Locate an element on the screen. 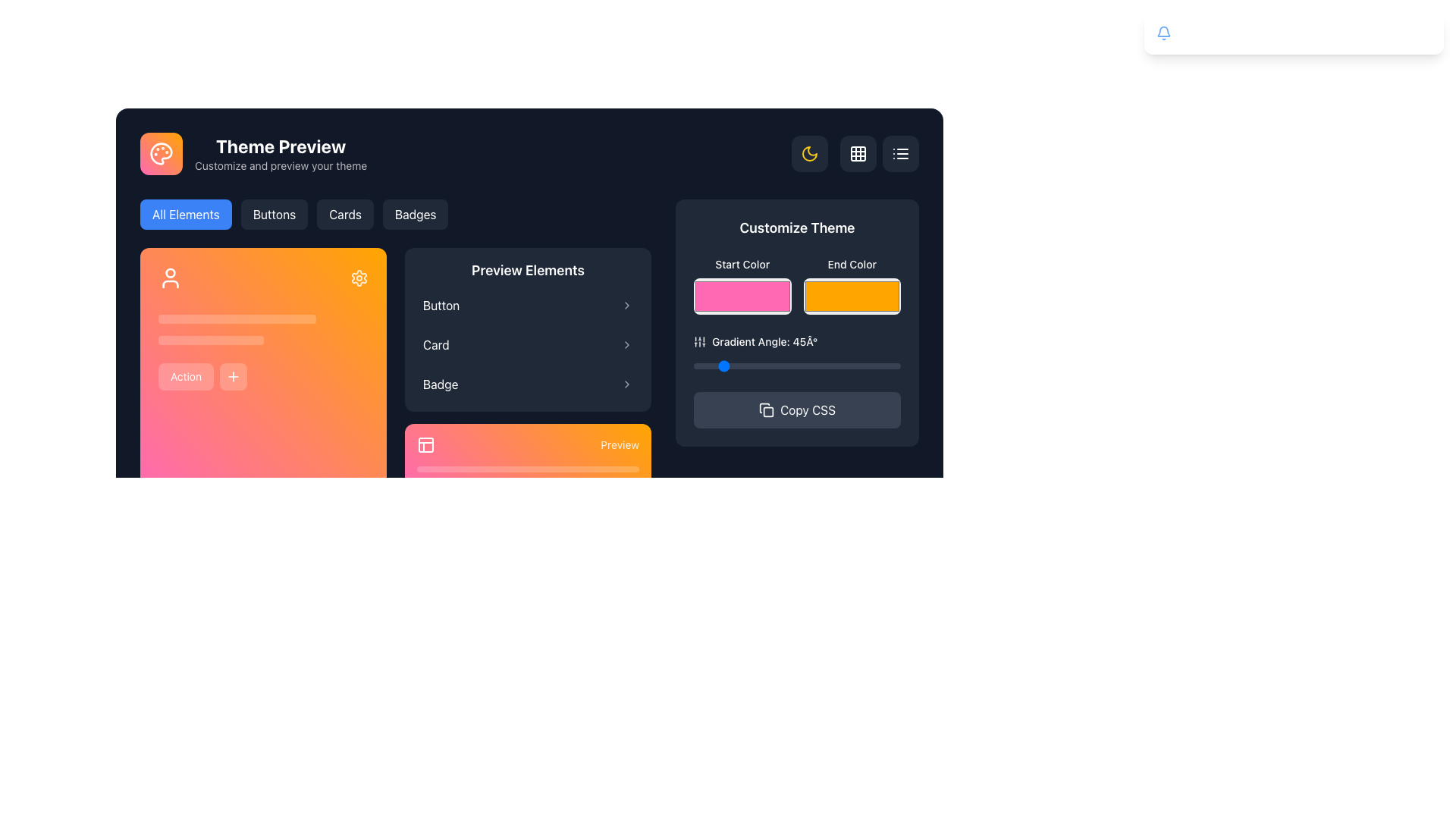 Image resolution: width=1456 pixels, height=819 pixels. the rounded button with a yellow moon-shaped icon in the top-right corner of the interface is located at coordinates (809, 154).